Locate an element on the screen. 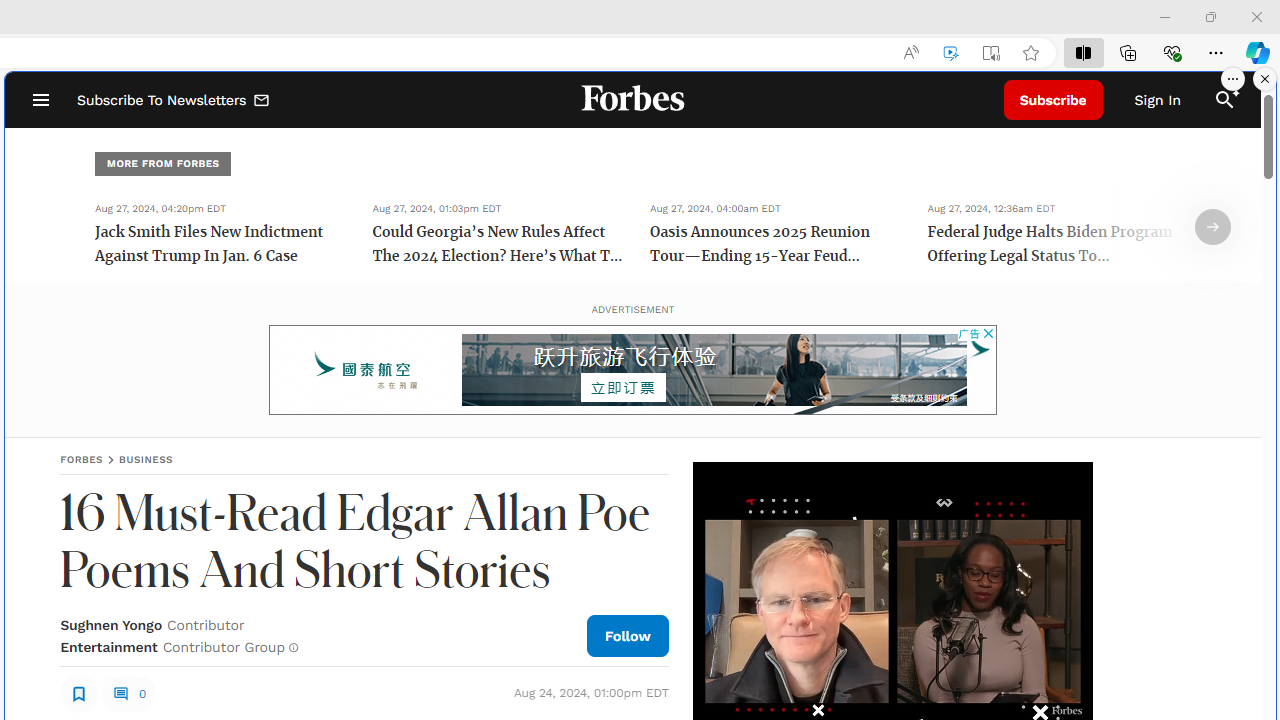 Image resolution: width=1280 pixels, height=720 pixels. 'Entertainment' is located at coordinates (107, 646).